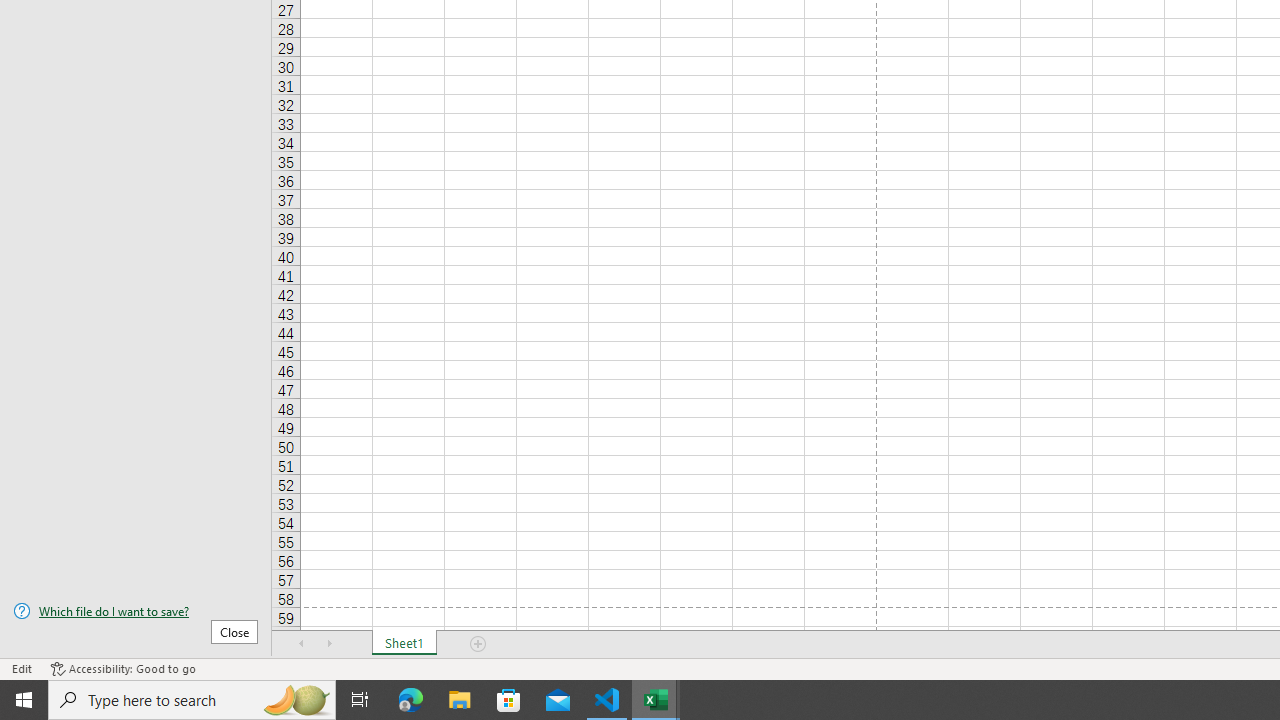  Describe the element at coordinates (330, 644) in the screenshot. I see `'Scroll Right'` at that location.